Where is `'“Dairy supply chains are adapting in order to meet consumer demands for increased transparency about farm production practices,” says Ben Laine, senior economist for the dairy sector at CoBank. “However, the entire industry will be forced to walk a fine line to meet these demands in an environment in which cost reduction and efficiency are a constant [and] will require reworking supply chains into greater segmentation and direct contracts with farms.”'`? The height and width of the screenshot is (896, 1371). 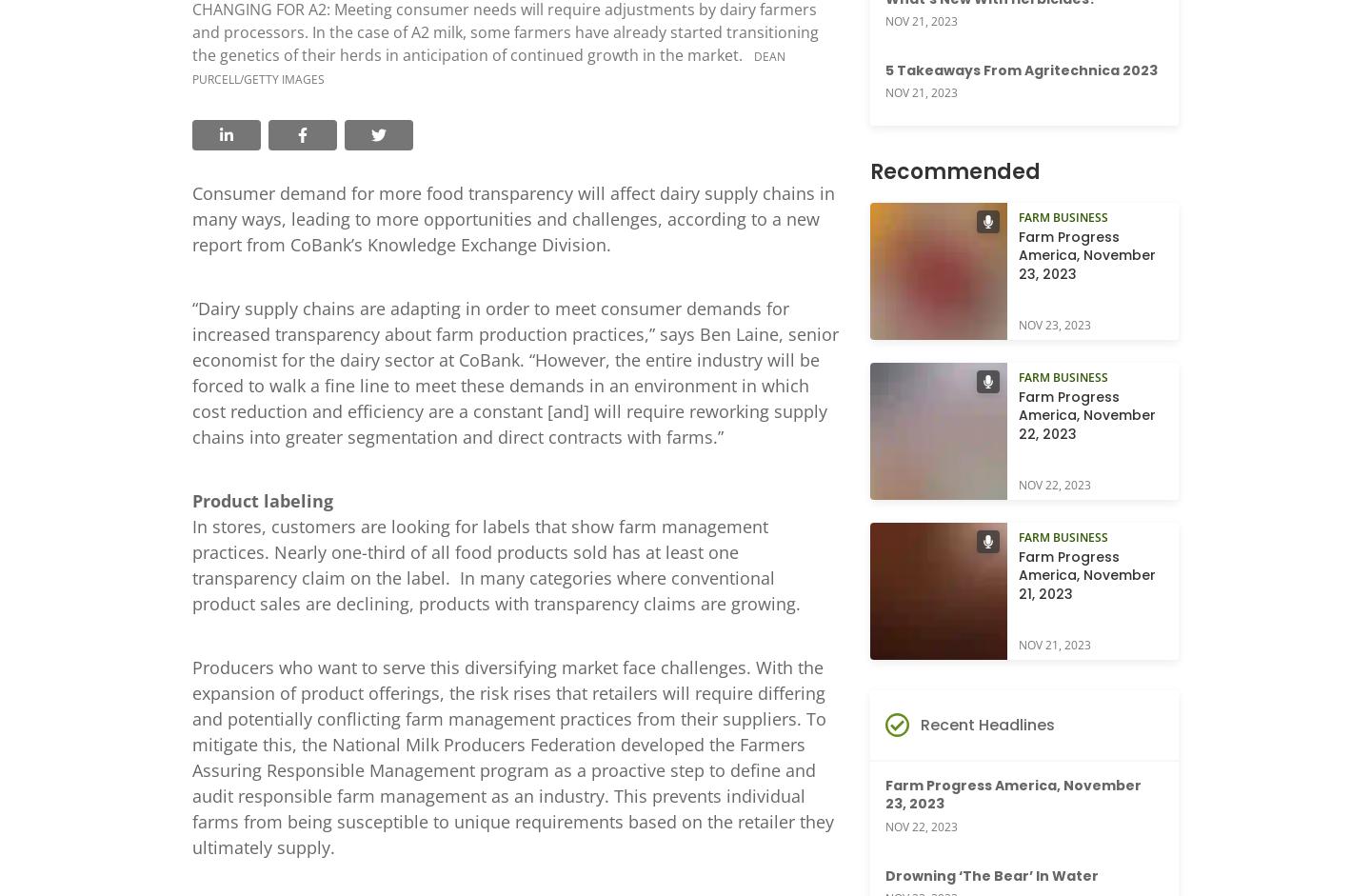
'“Dairy supply chains are adapting in order to meet consumer demands for increased transparency about farm production practices,” says Ben Laine, senior economist for the dairy sector at CoBank. “However, the entire industry will be forced to walk a fine line to meet these demands in an environment in which cost reduction and efficiency are a constant [and] will require reworking supply chains into greater segmentation and direct contracts with farms.”' is located at coordinates (515, 370).